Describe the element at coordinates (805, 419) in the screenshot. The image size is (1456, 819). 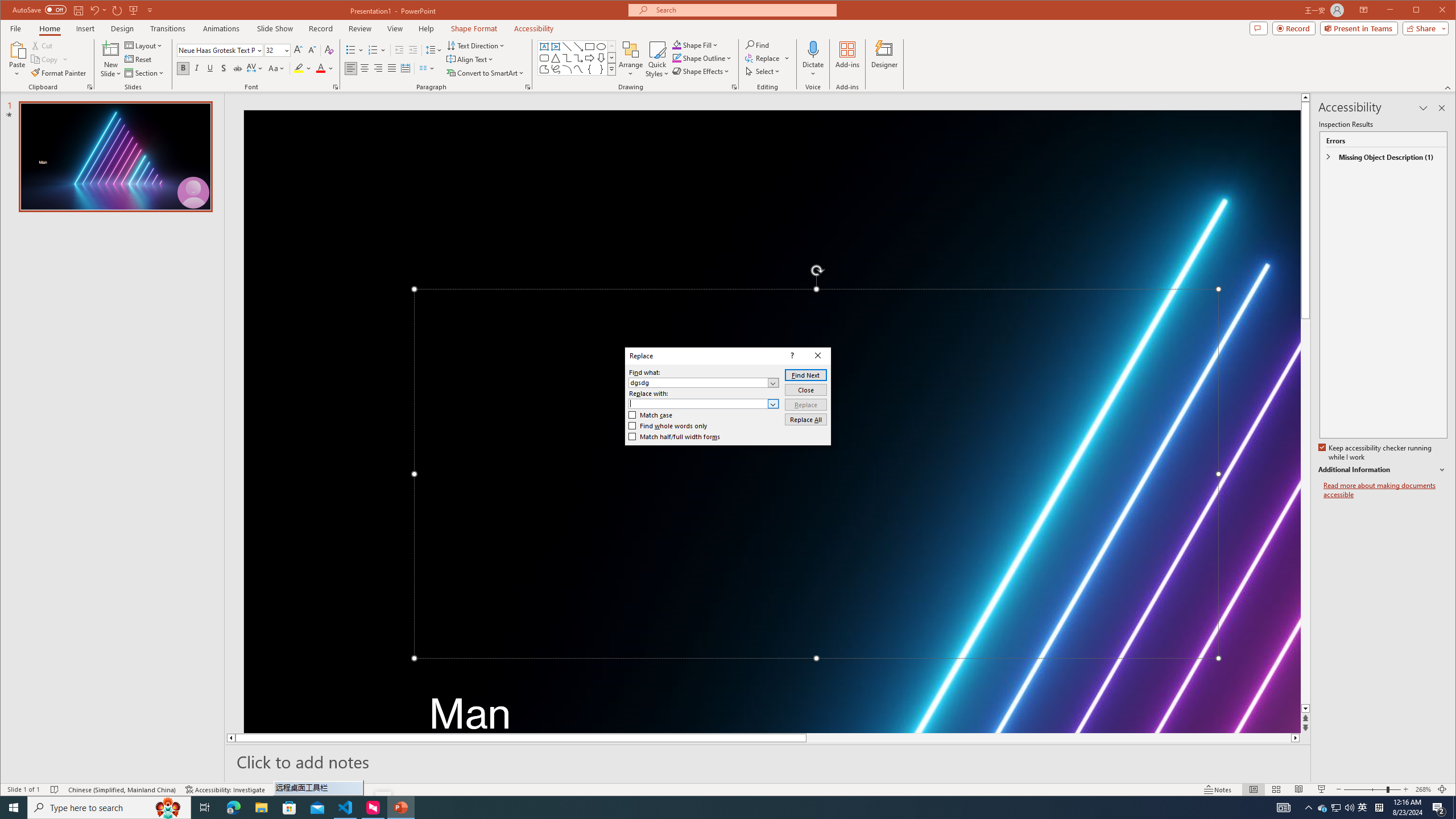
I see `'Replace All'` at that location.